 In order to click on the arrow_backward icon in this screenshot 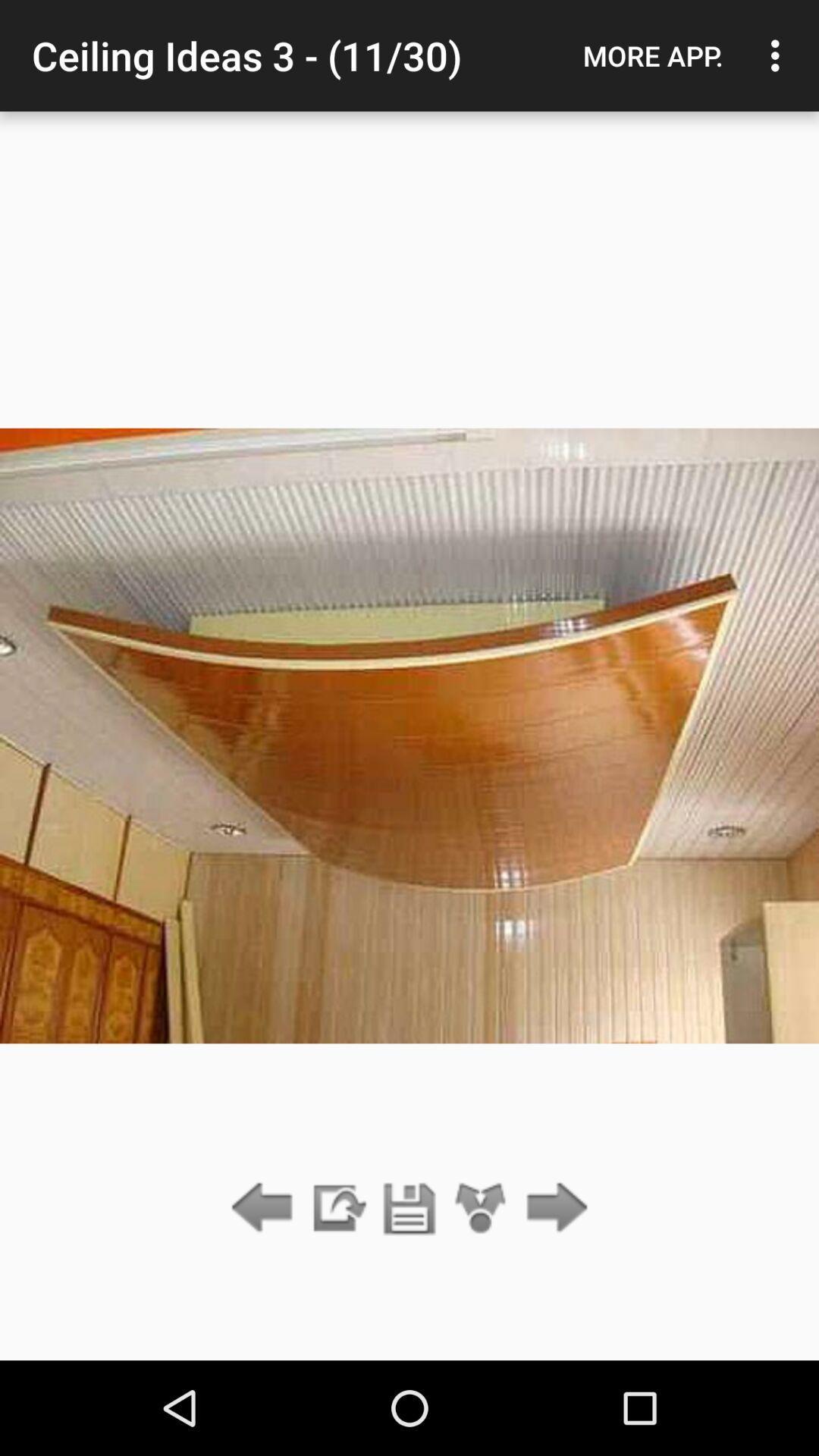, I will do `click(265, 1208)`.